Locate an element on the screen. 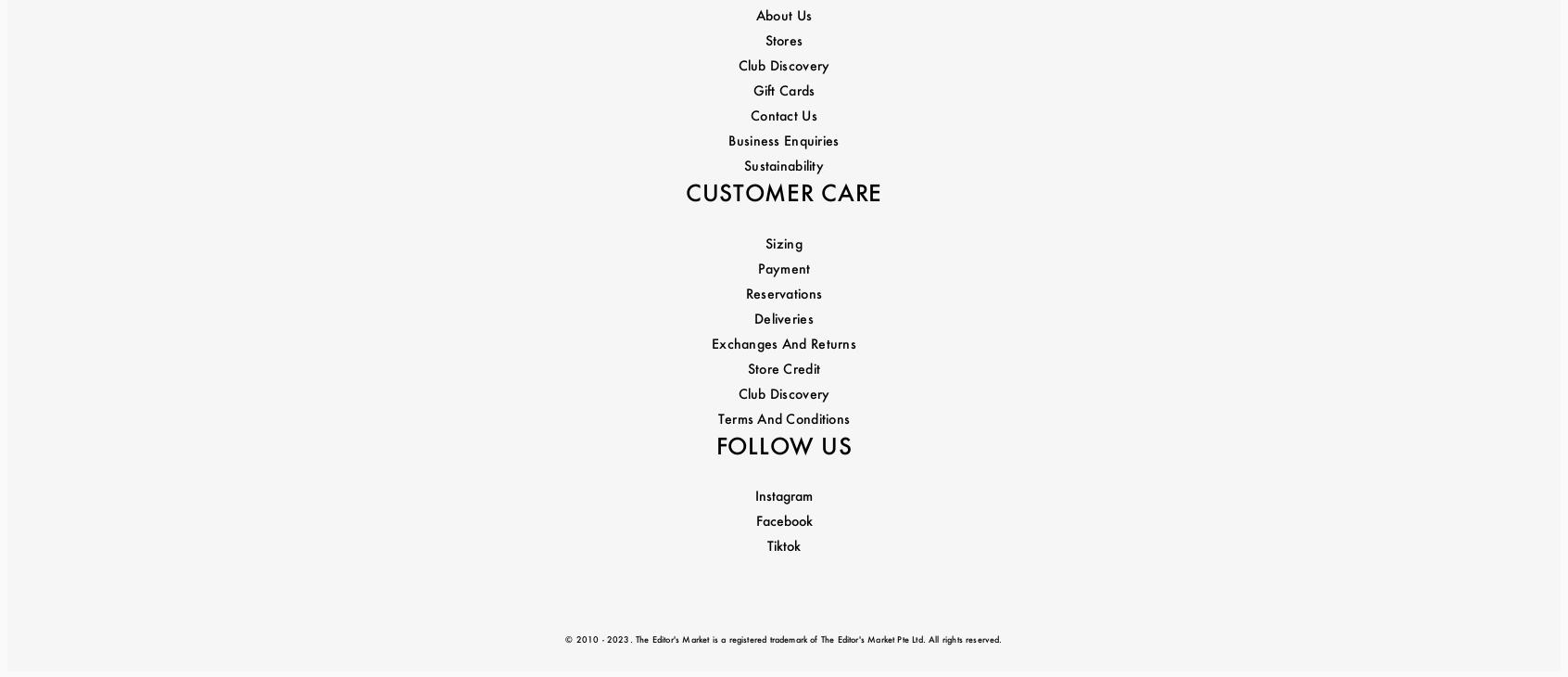  'Terms And Conditions' is located at coordinates (783, 270).